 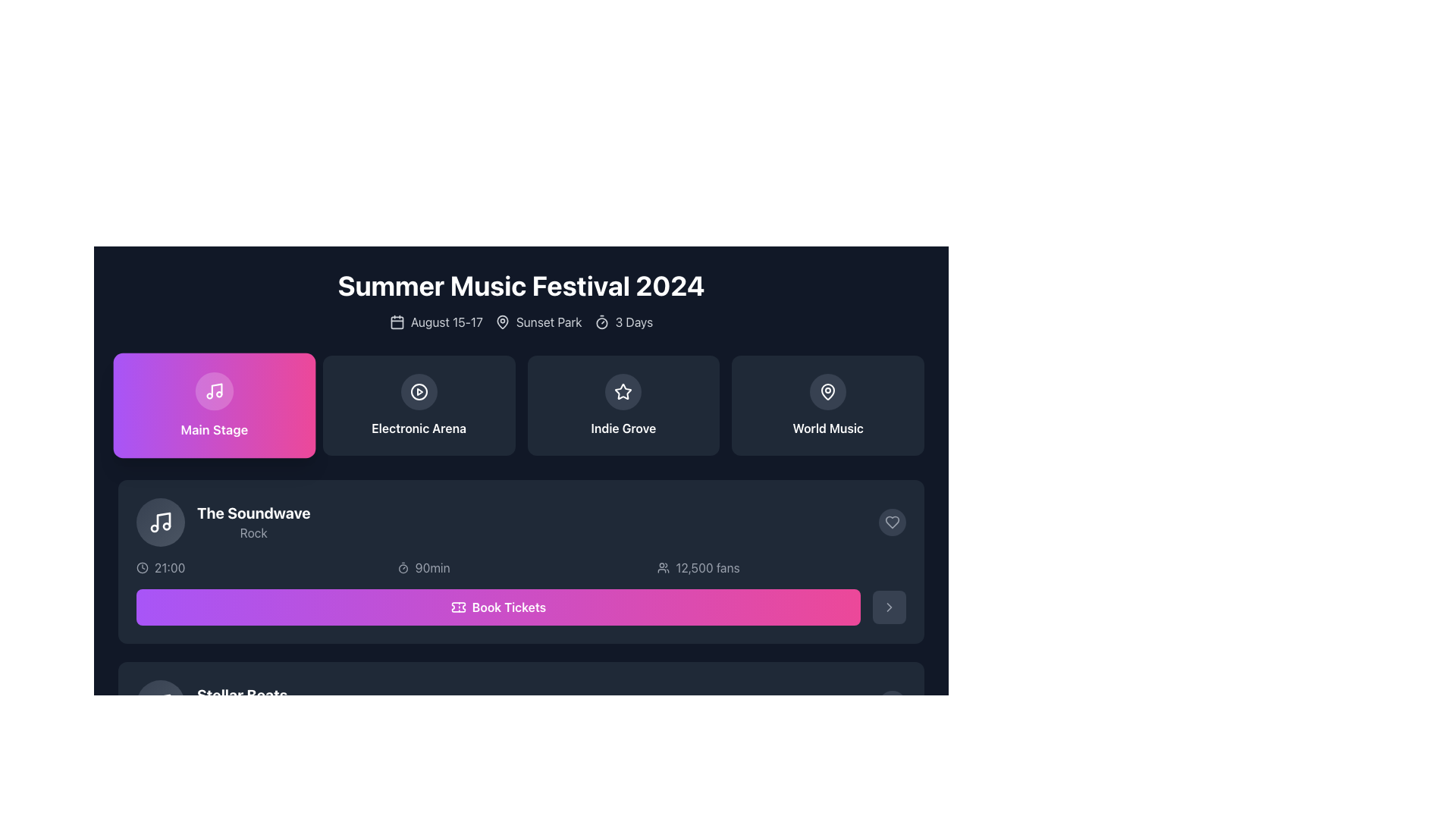 I want to click on the timer icon located in the upper-left section of the group that contains the text '90min', situated to the left of the text, so click(x=403, y=567).